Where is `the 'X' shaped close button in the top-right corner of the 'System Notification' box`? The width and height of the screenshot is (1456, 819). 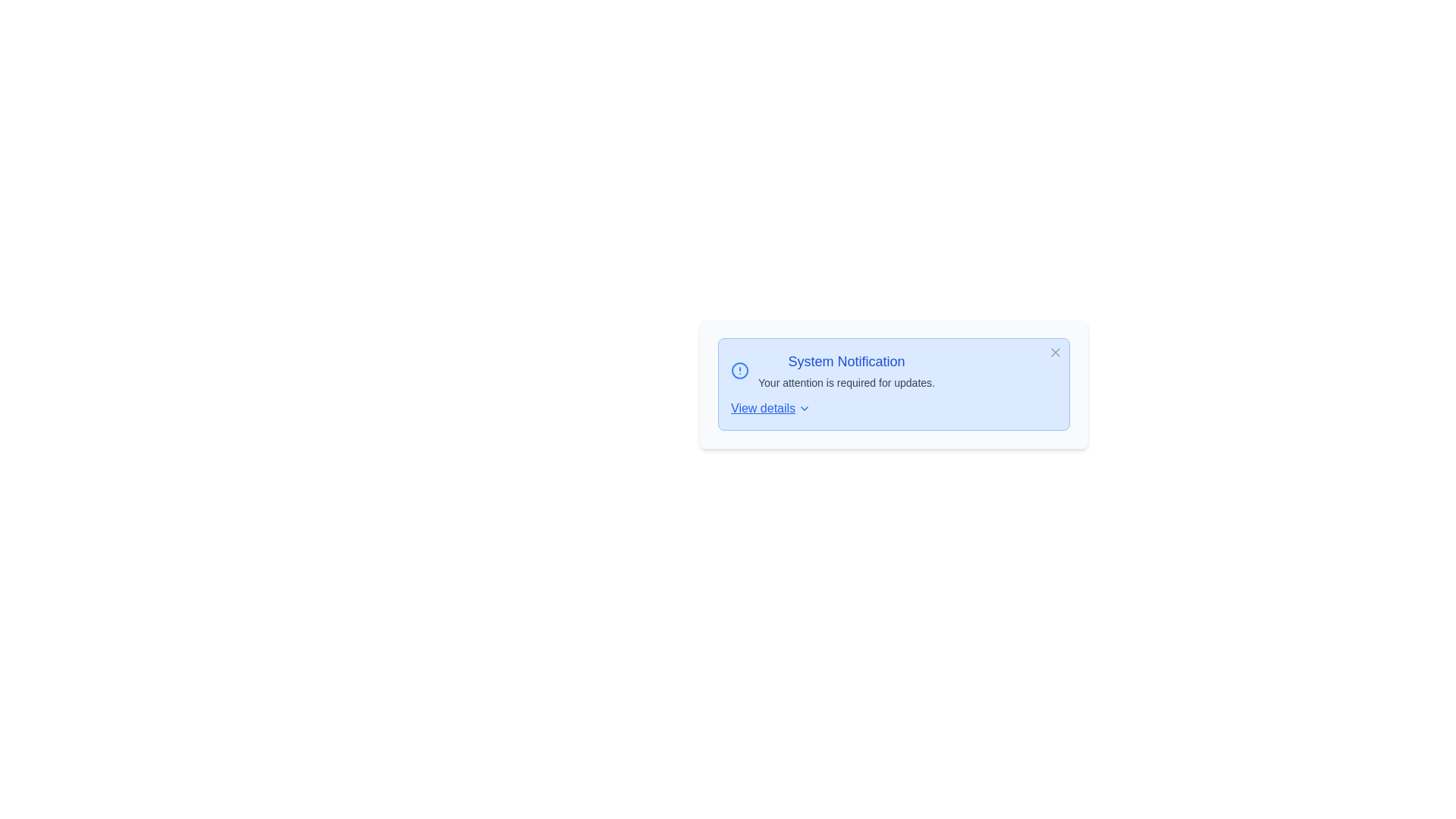
the 'X' shaped close button in the top-right corner of the 'System Notification' box is located at coordinates (1055, 353).